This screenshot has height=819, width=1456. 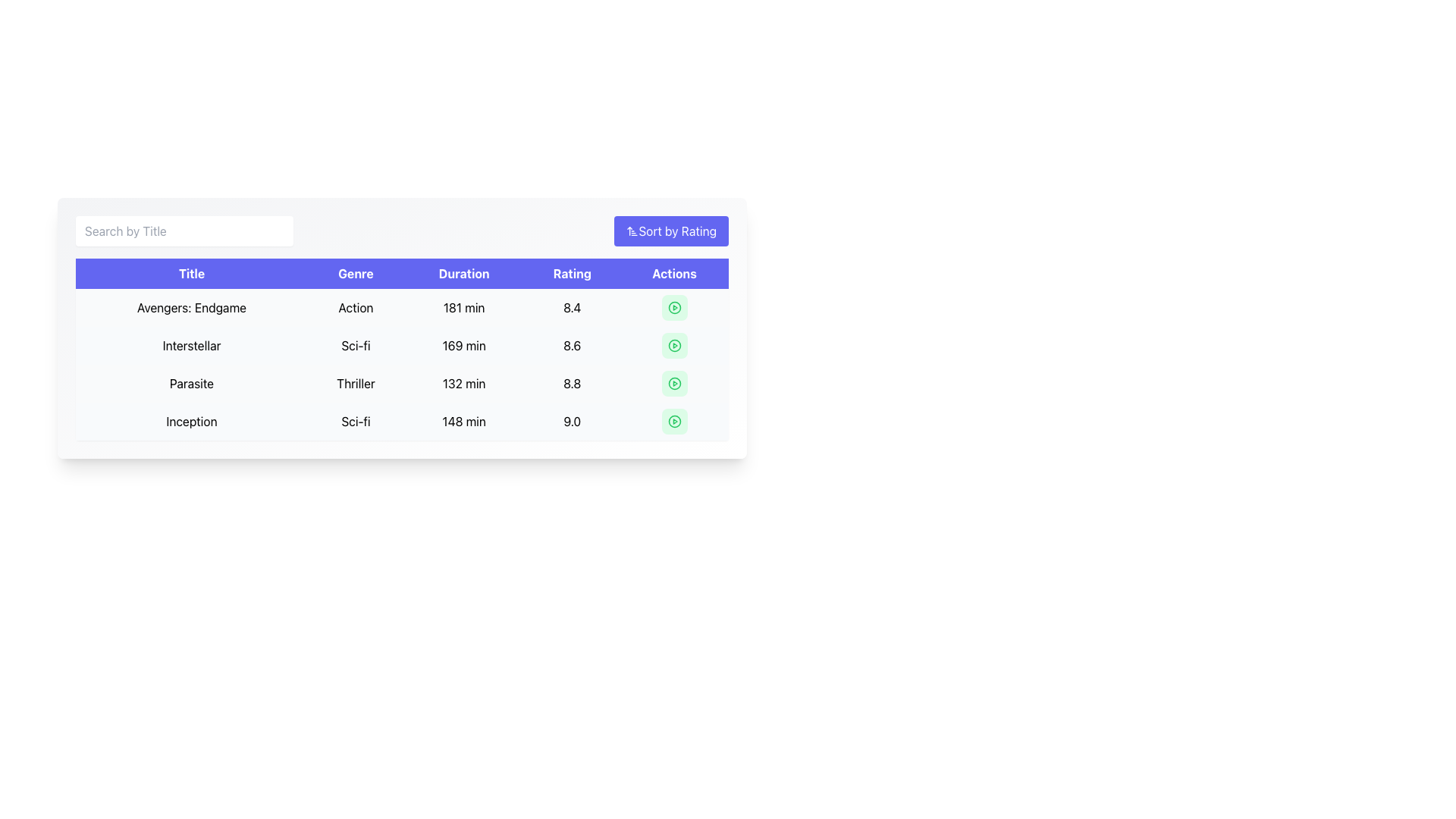 What do you see at coordinates (673, 382) in the screenshot?
I see `the play button for the movie 'Parasite' located in the fourth row and fifth column of the actions table to initiate playback` at bounding box center [673, 382].